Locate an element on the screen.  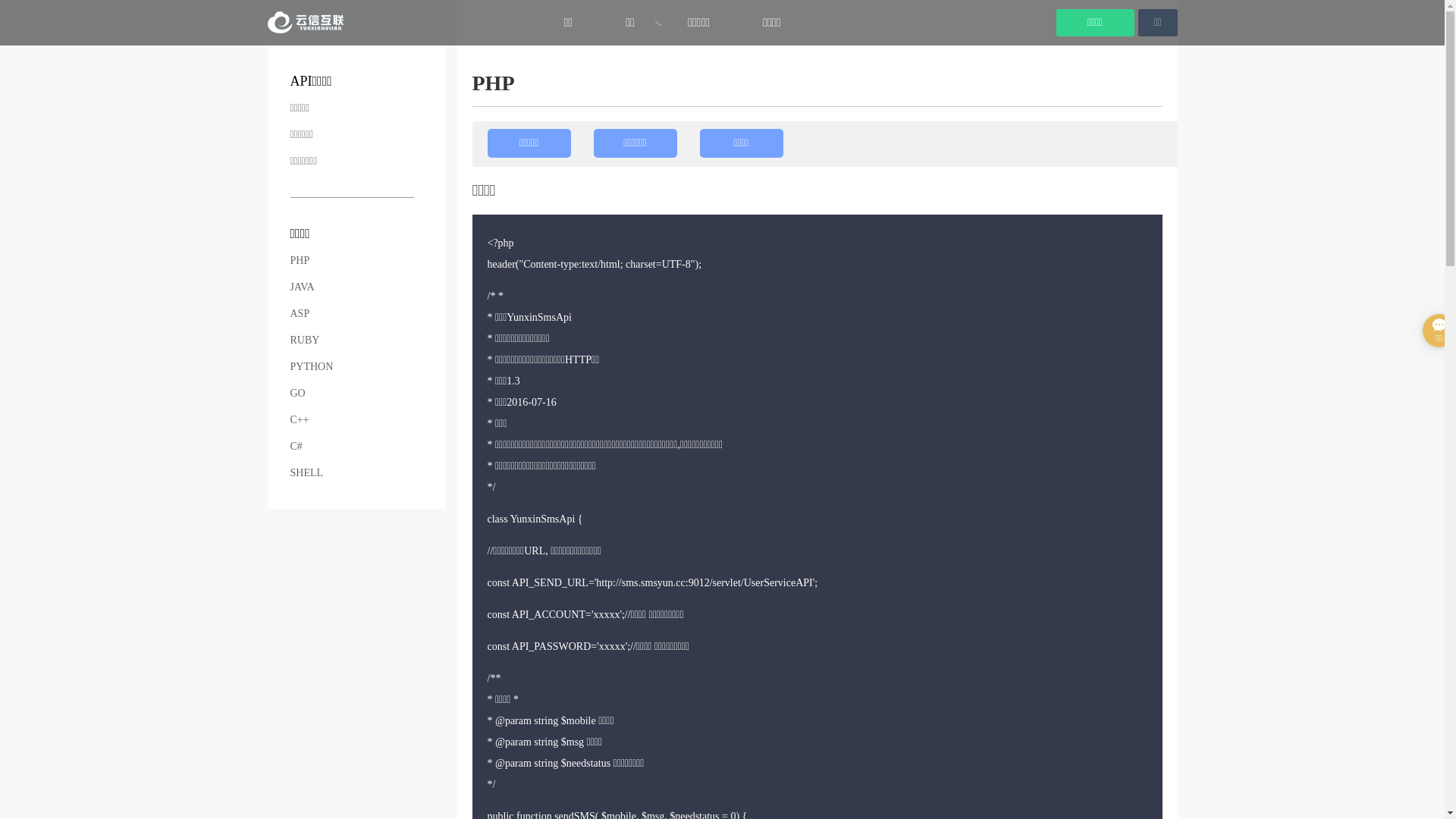
'PYTHON' is located at coordinates (310, 366).